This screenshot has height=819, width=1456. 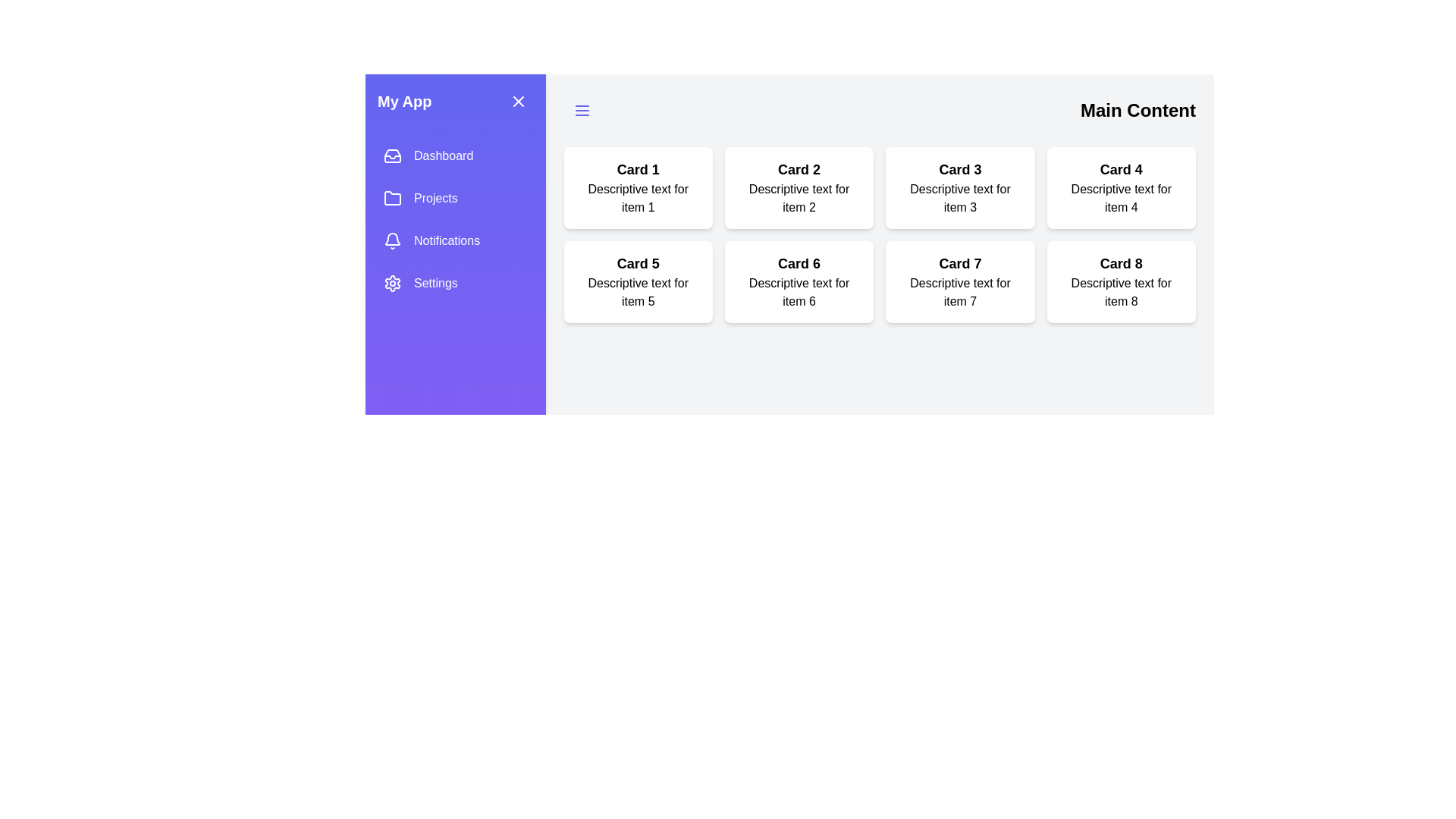 I want to click on the sidebar header to inspect its content, so click(x=454, y=102).